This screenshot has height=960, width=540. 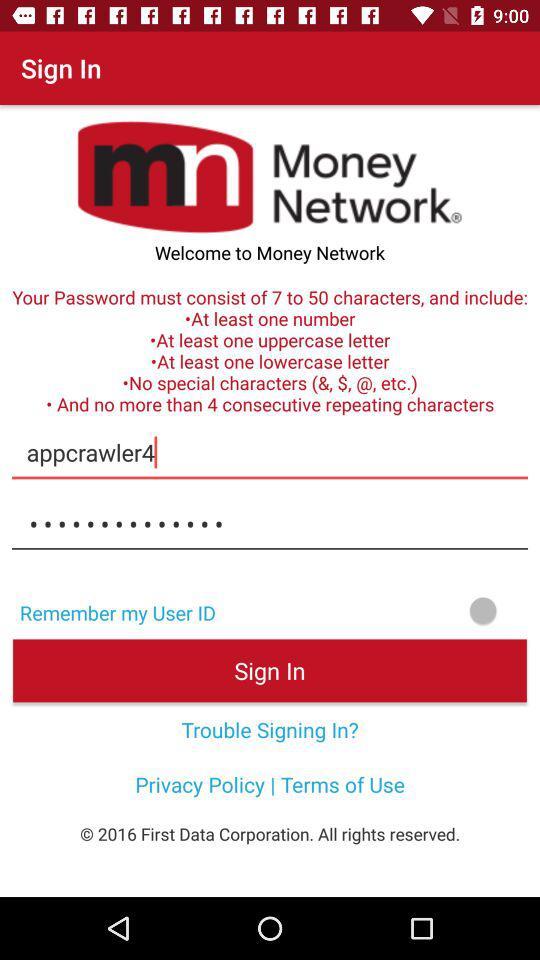 I want to click on icon to the right of remember my user, so click(x=384, y=609).